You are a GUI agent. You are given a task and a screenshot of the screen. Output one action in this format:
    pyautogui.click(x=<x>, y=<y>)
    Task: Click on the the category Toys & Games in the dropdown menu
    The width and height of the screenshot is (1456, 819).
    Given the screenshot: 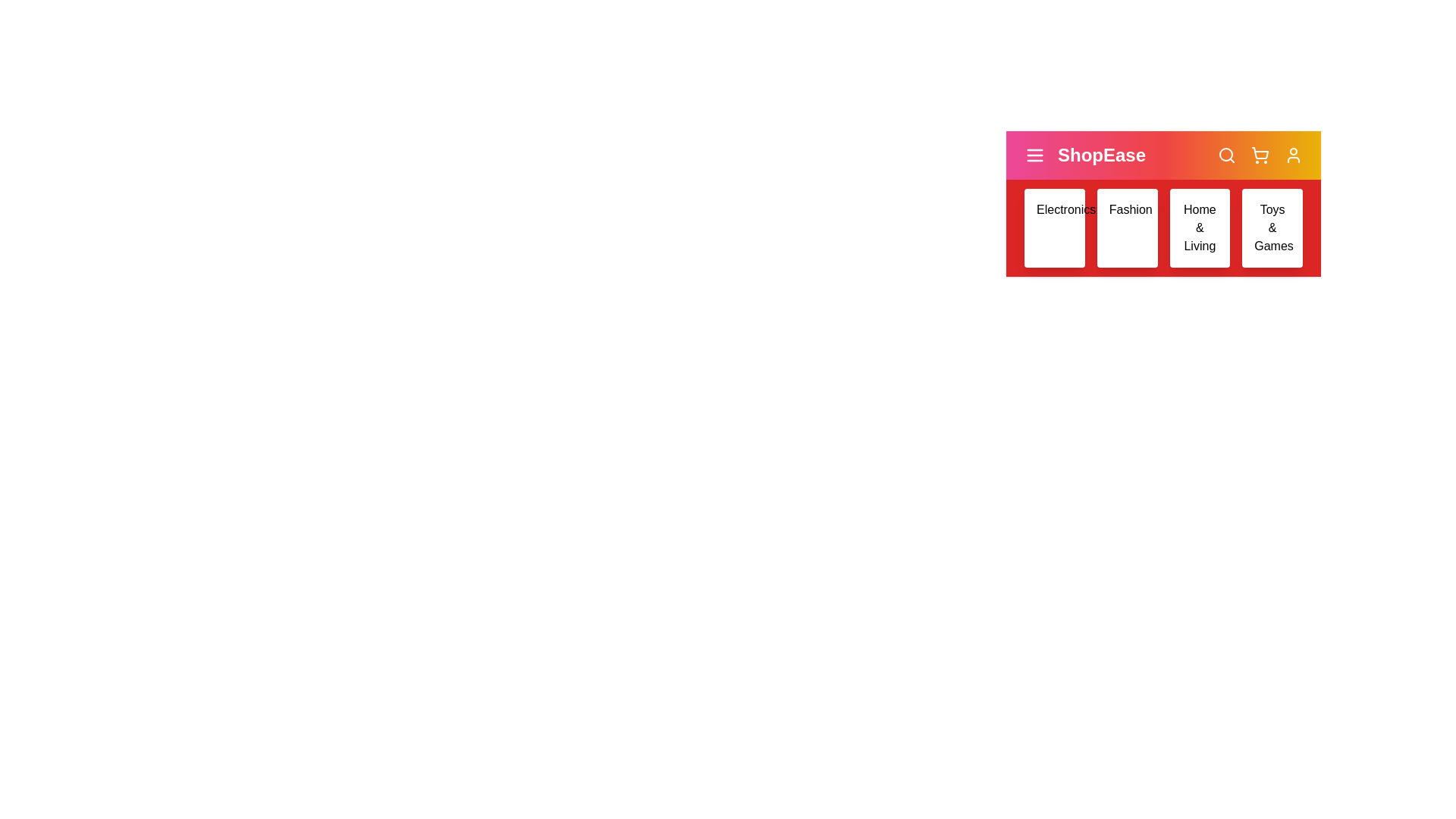 What is the action you would take?
    pyautogui.click(x=1272, y=227)
    